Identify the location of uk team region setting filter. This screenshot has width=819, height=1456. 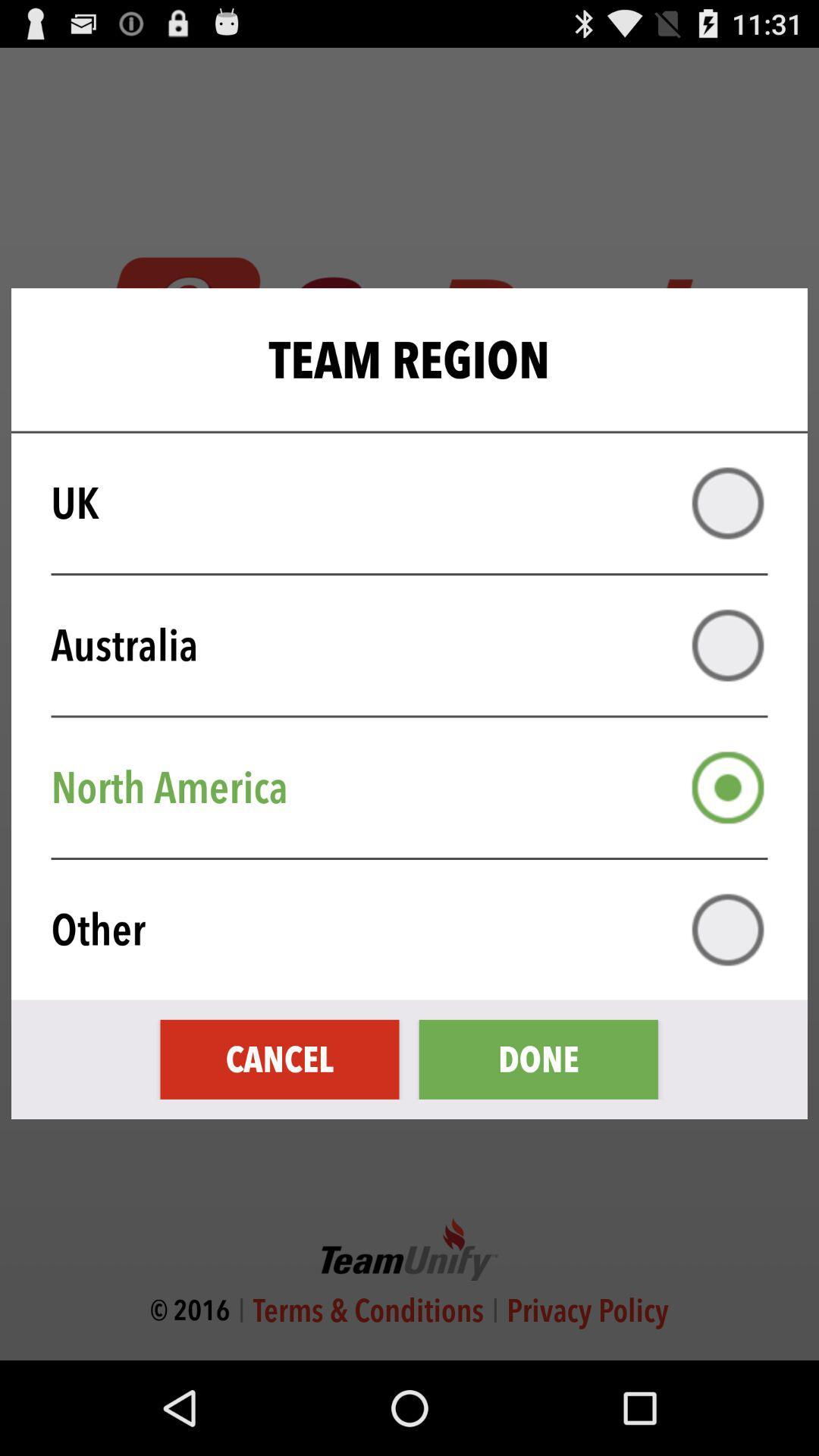
(727, 503).